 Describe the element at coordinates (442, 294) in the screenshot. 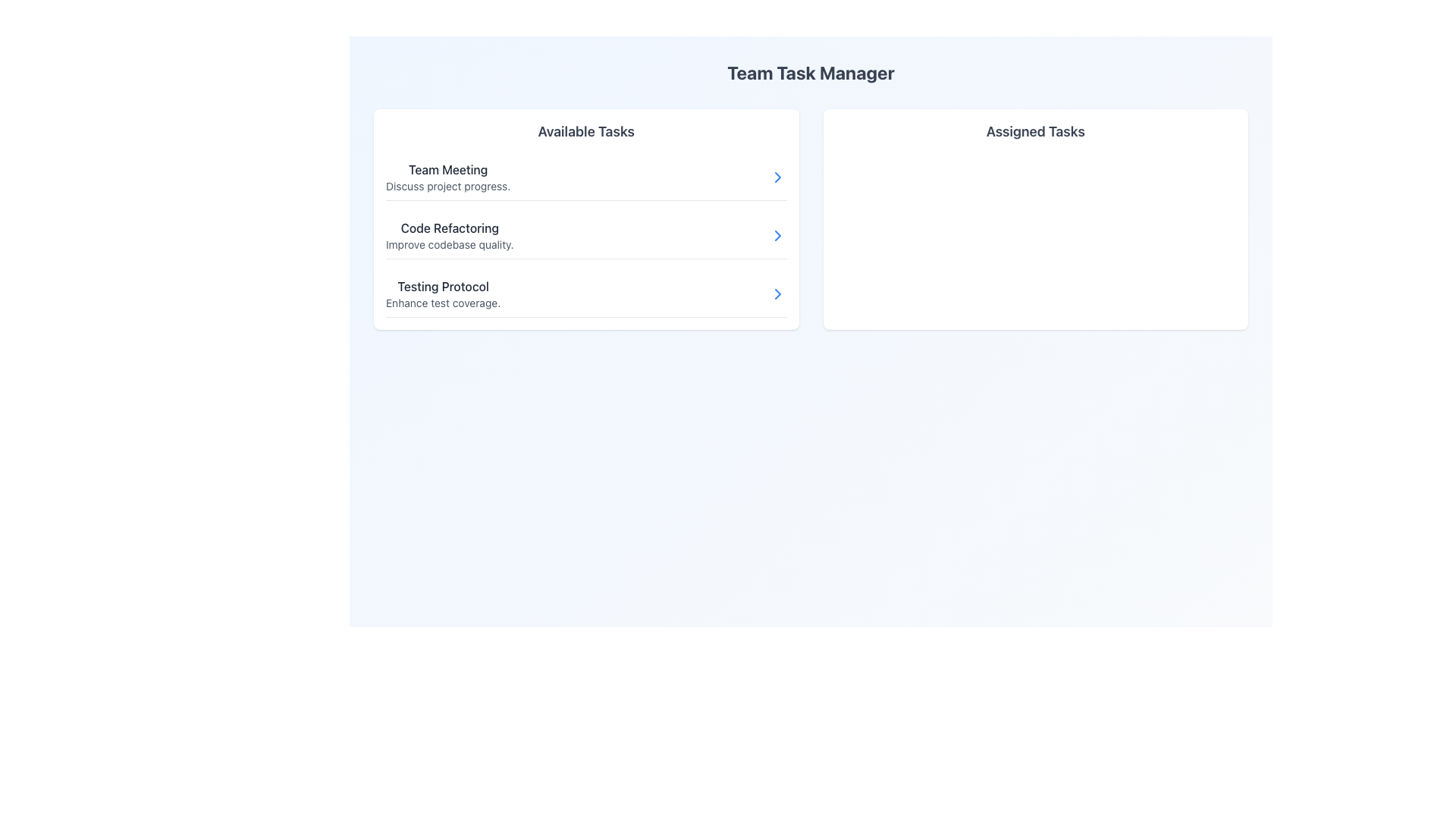

I see `the third task item in the 'Available Tasks' list` at that location.